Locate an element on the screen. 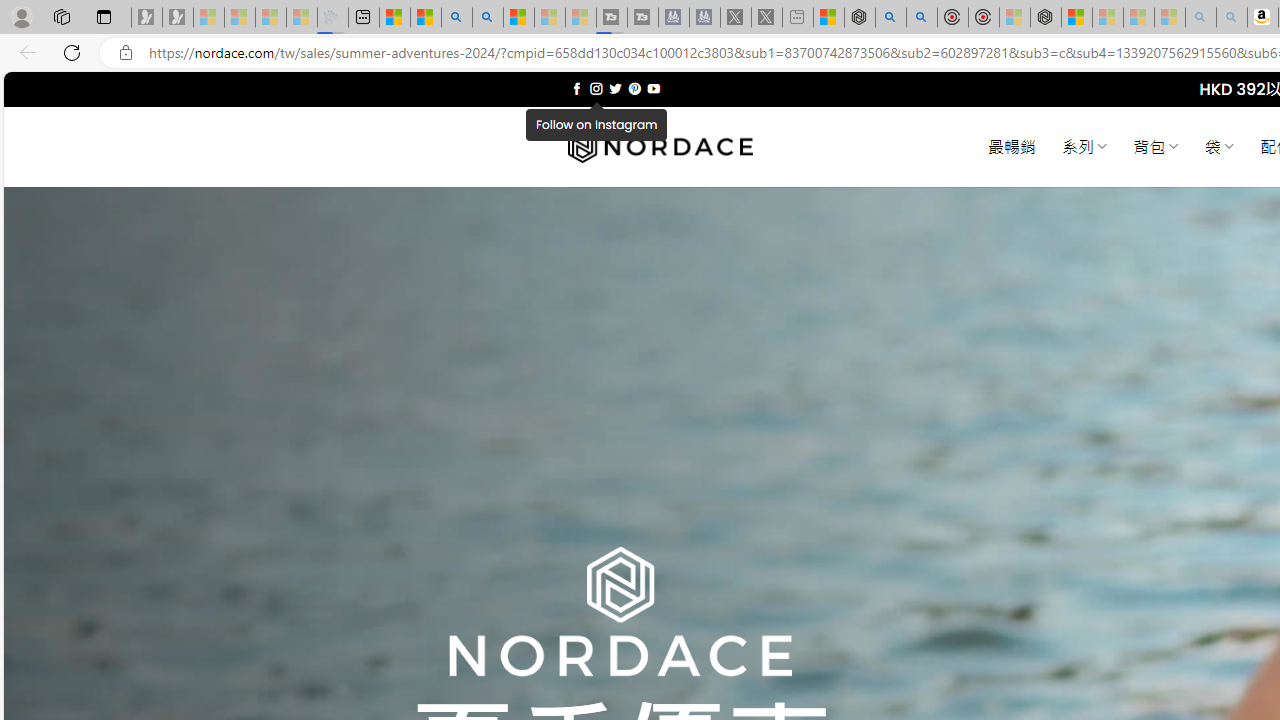  'New tab - Sleeping' is located at coordinates (797, 17).